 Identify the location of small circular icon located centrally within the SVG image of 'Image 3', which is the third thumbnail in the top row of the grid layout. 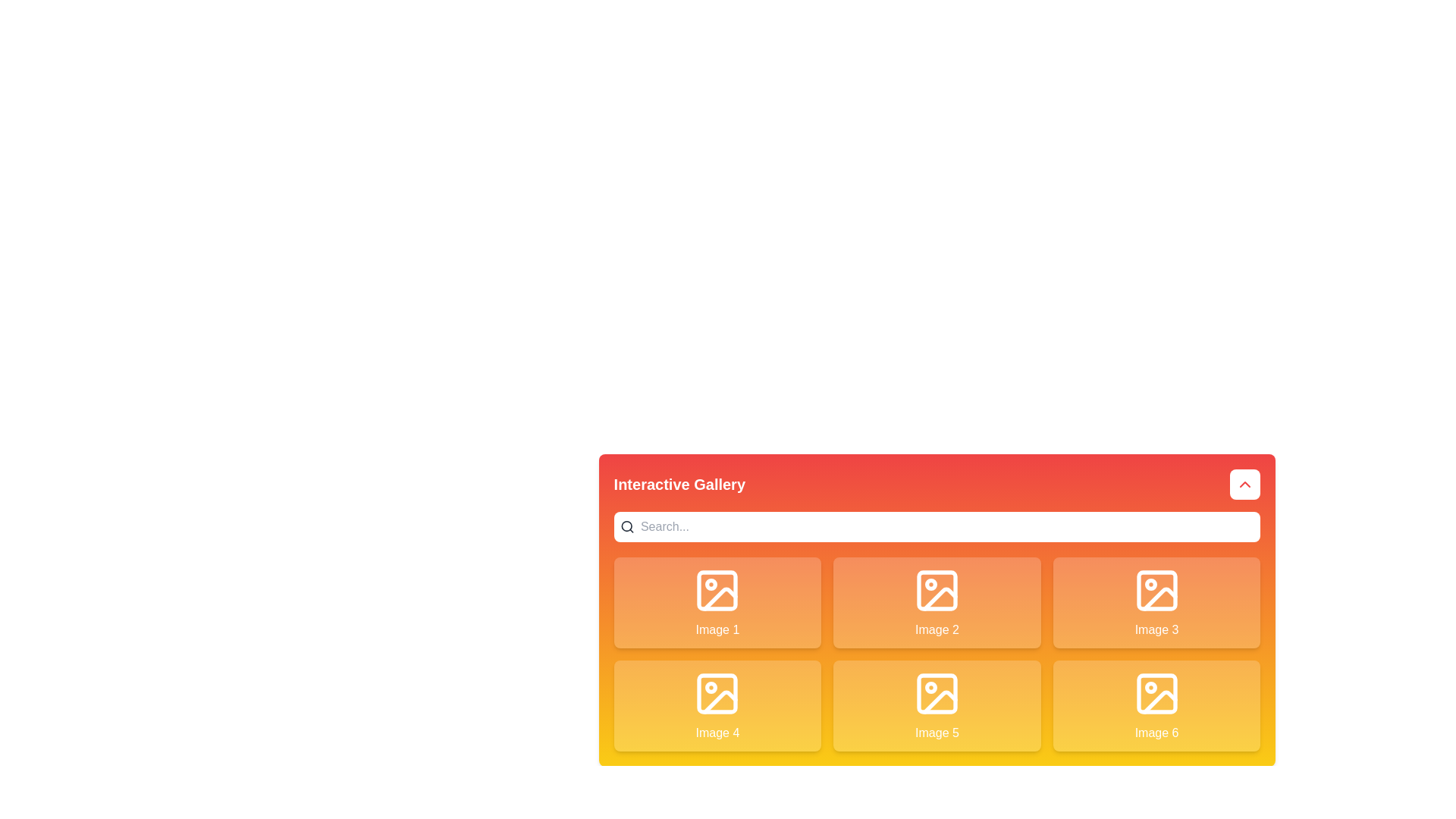
(1150, 584).